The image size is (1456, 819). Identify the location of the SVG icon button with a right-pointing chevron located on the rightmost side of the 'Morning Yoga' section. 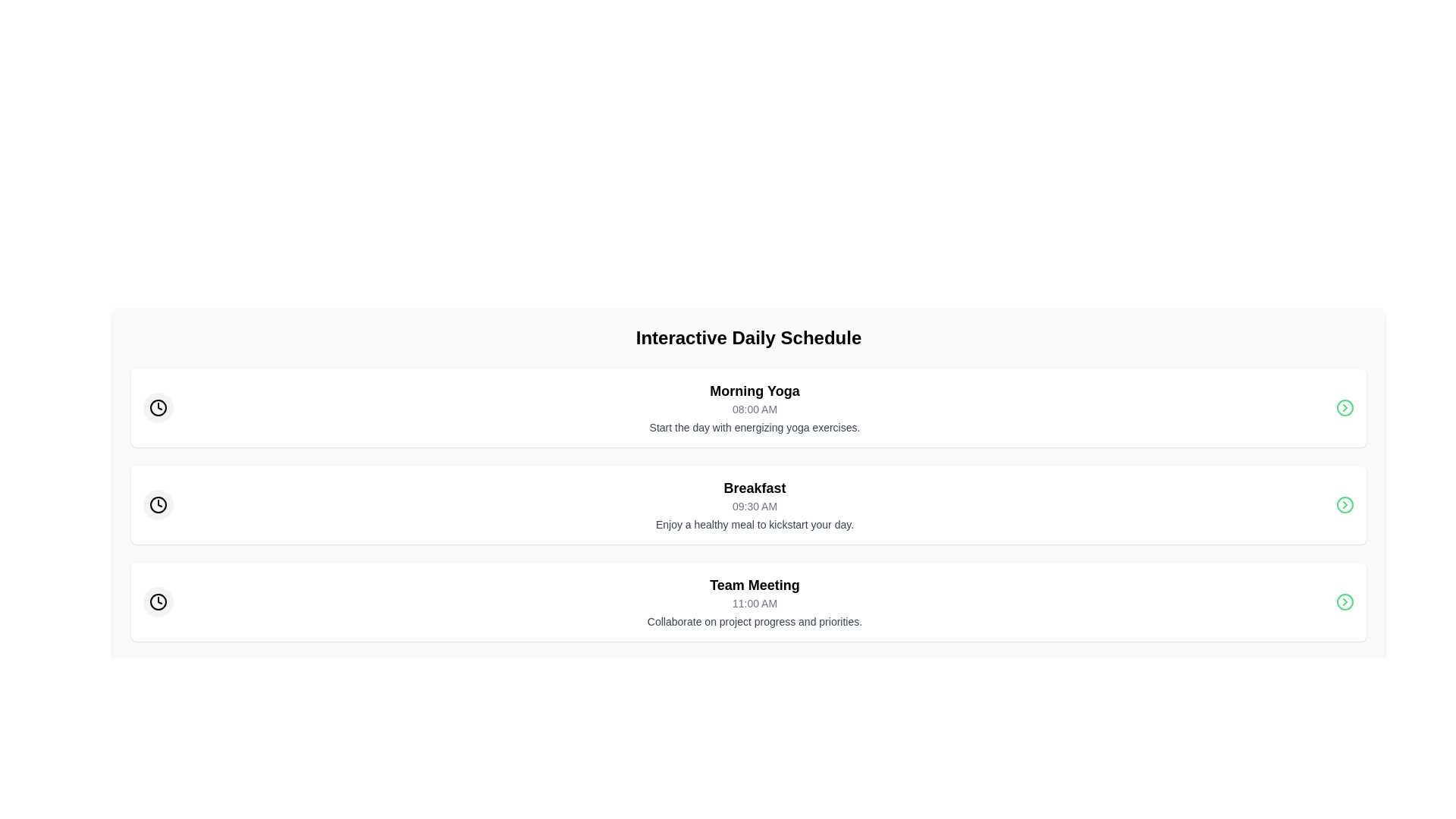
(1345, 406).